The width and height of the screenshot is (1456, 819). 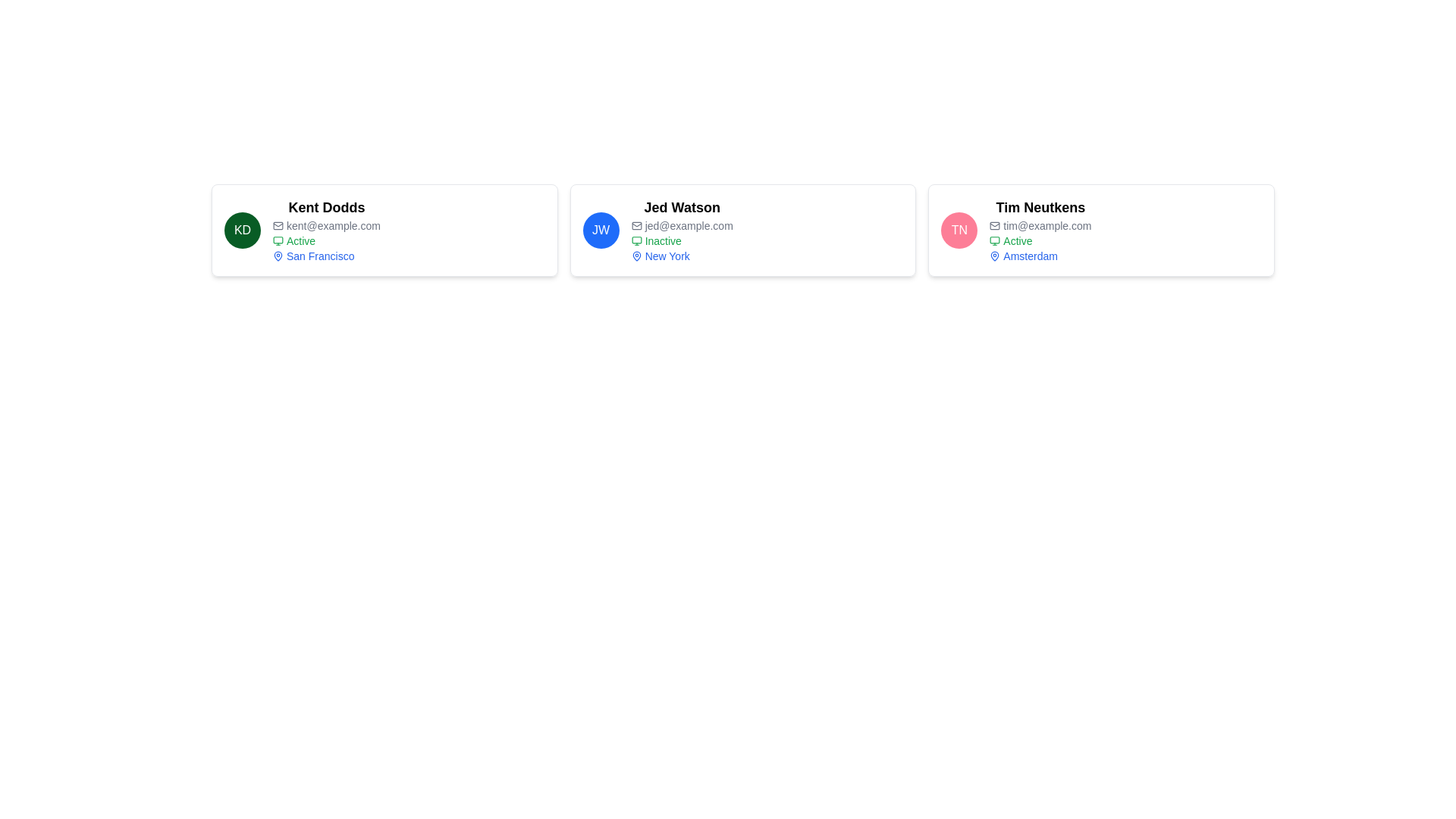 I want to click on the rectangular icon representing the envelope in the SVG of the mail icon located in the top-right portion of the card interface labeled 'Tim Neutkens', so click(x=995, y=225).